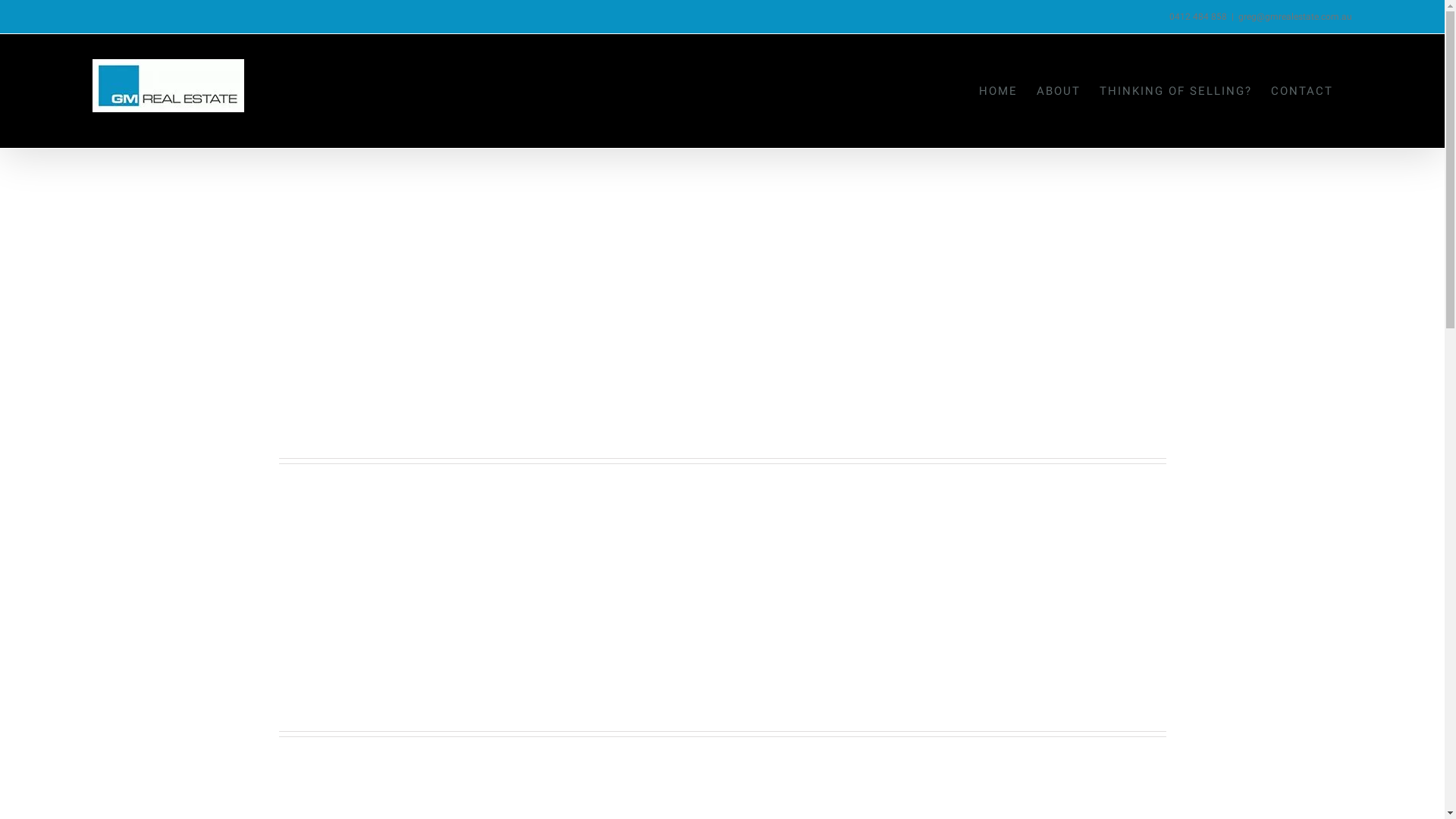  Describe the element at coordinates (1099, 90) in the screenshot. I see `'THINKING OF SELLING?'` at that location.